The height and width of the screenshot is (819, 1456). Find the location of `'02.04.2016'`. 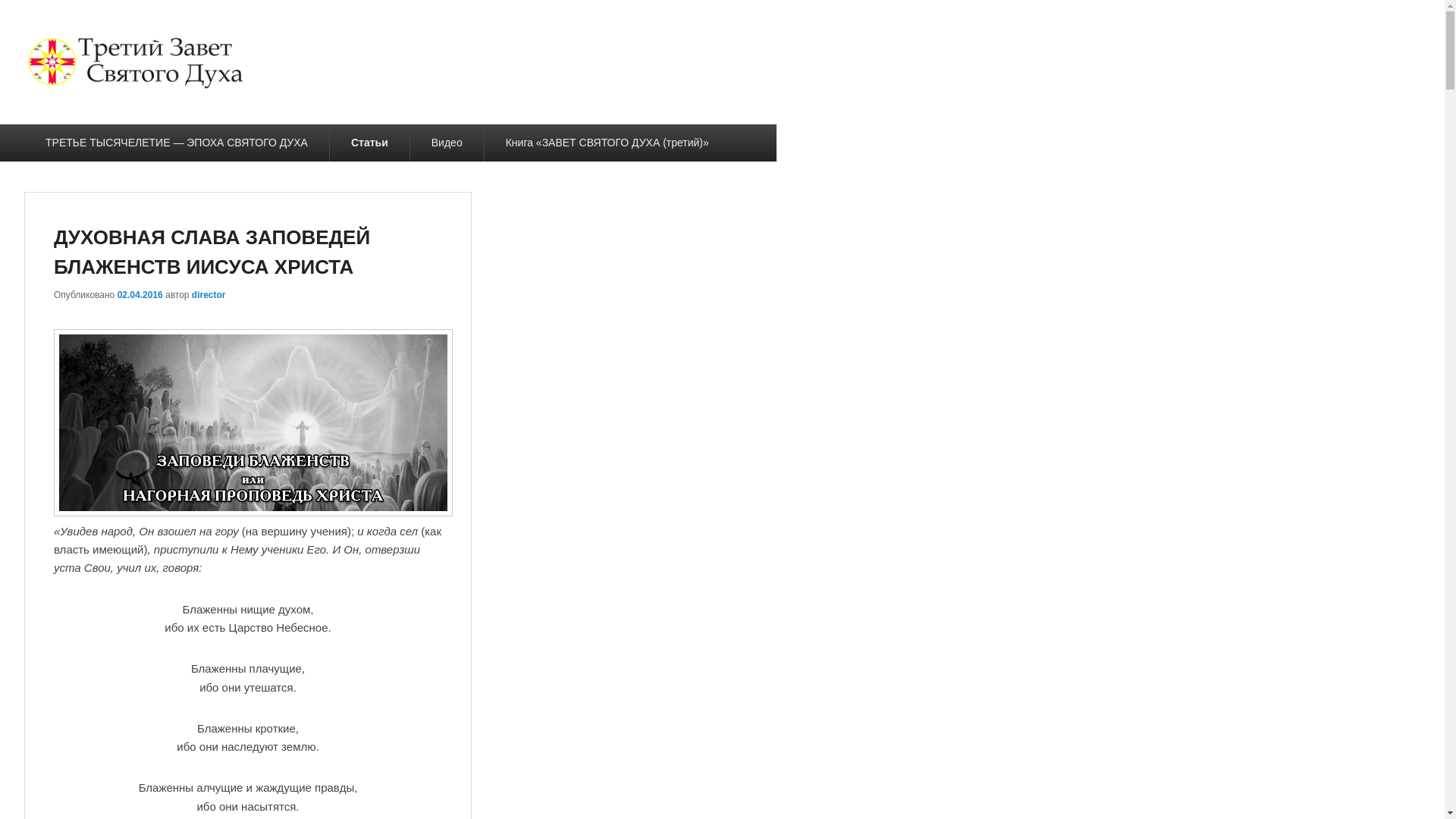

'02.04.2016' is located at coordinates (140, 295).